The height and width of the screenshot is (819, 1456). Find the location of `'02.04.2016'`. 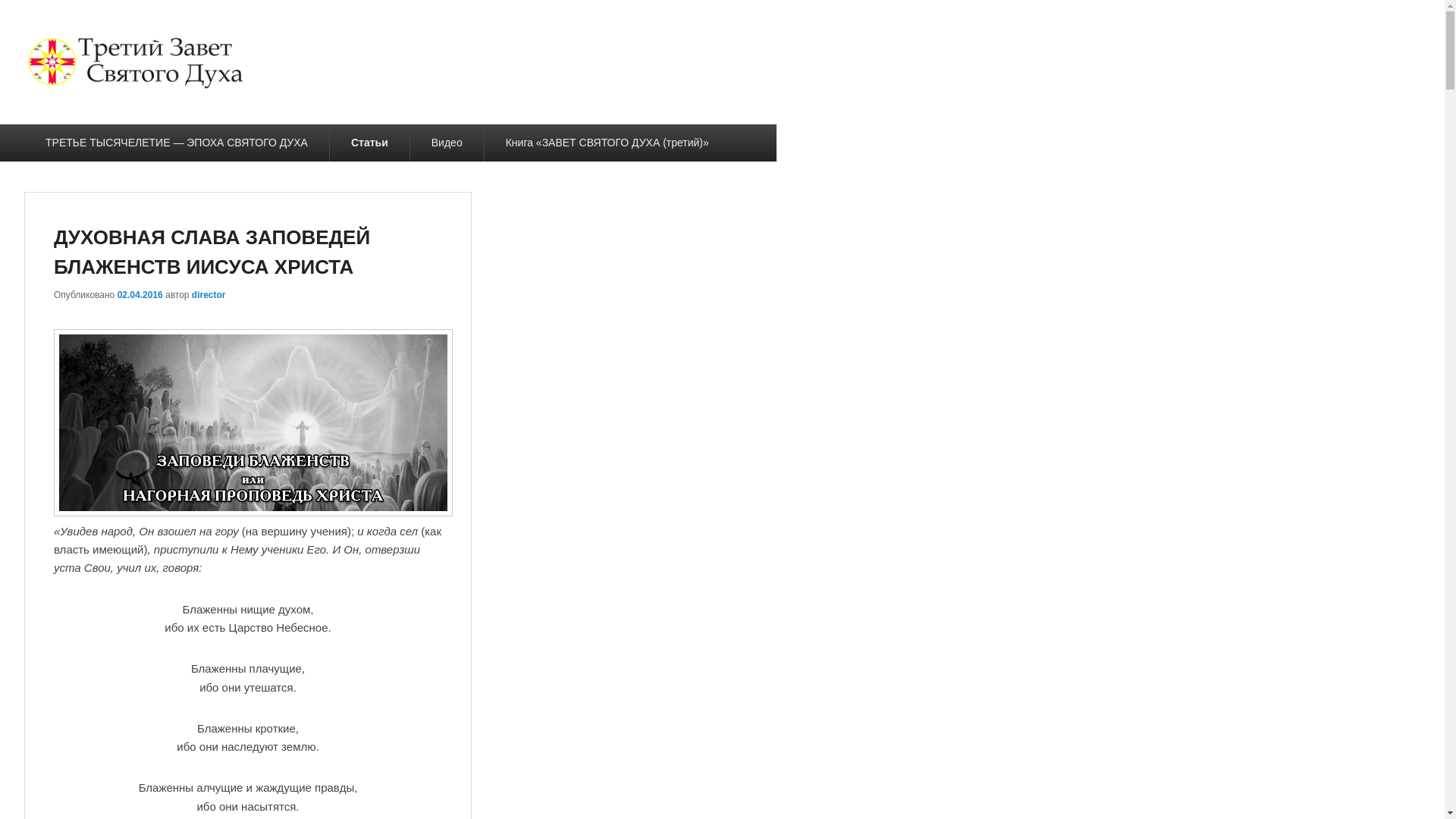

'02.04.2016' is located at coordinates (140, 295).